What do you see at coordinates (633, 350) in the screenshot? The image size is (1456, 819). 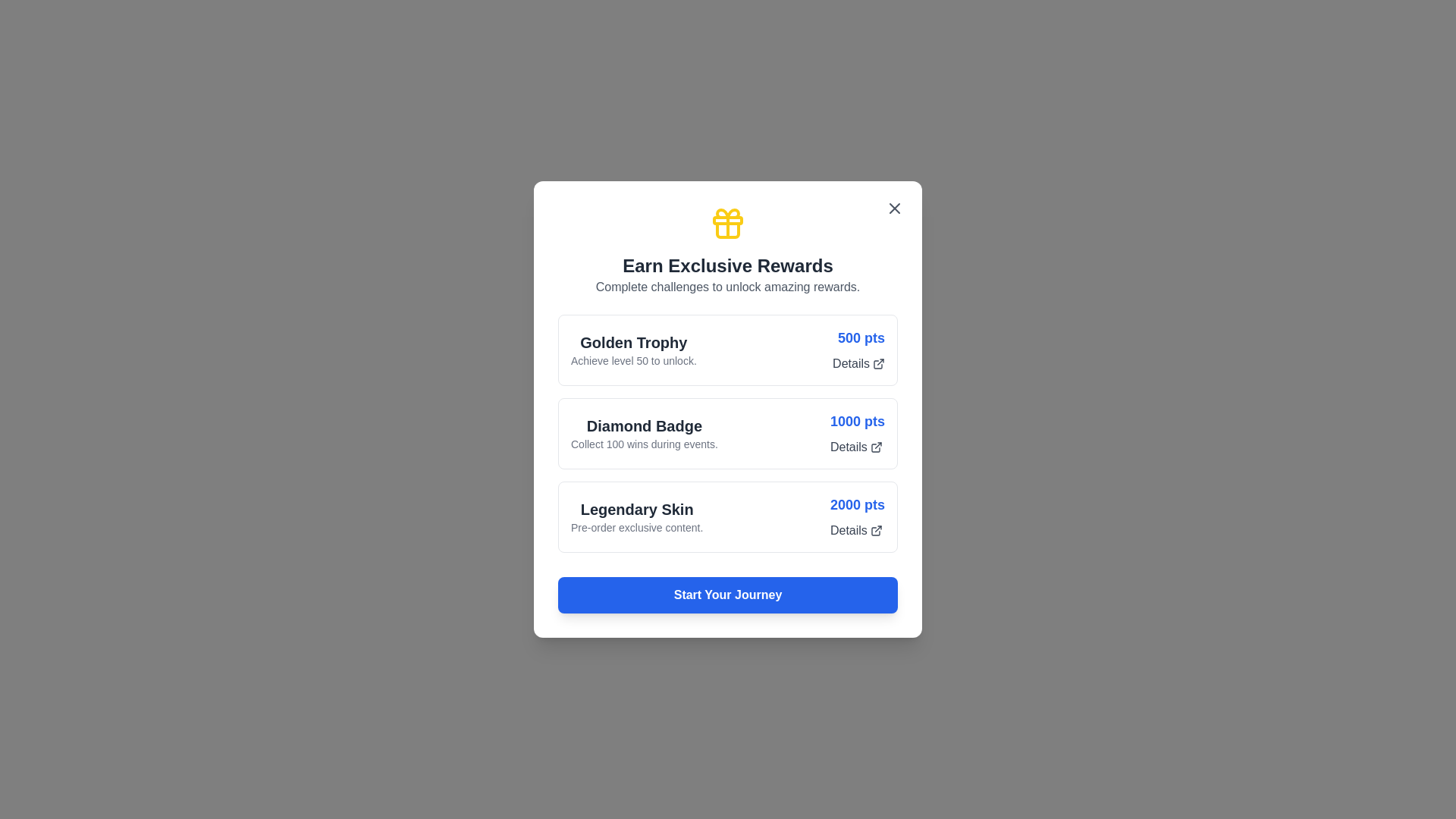 I see `the 'Golden Trophy' text display that shows the title in bold font and a smaller description below, located at the top of the list in the modal labeled 'Earn Exclusive Rewards'` at bounding box center [633, 350].